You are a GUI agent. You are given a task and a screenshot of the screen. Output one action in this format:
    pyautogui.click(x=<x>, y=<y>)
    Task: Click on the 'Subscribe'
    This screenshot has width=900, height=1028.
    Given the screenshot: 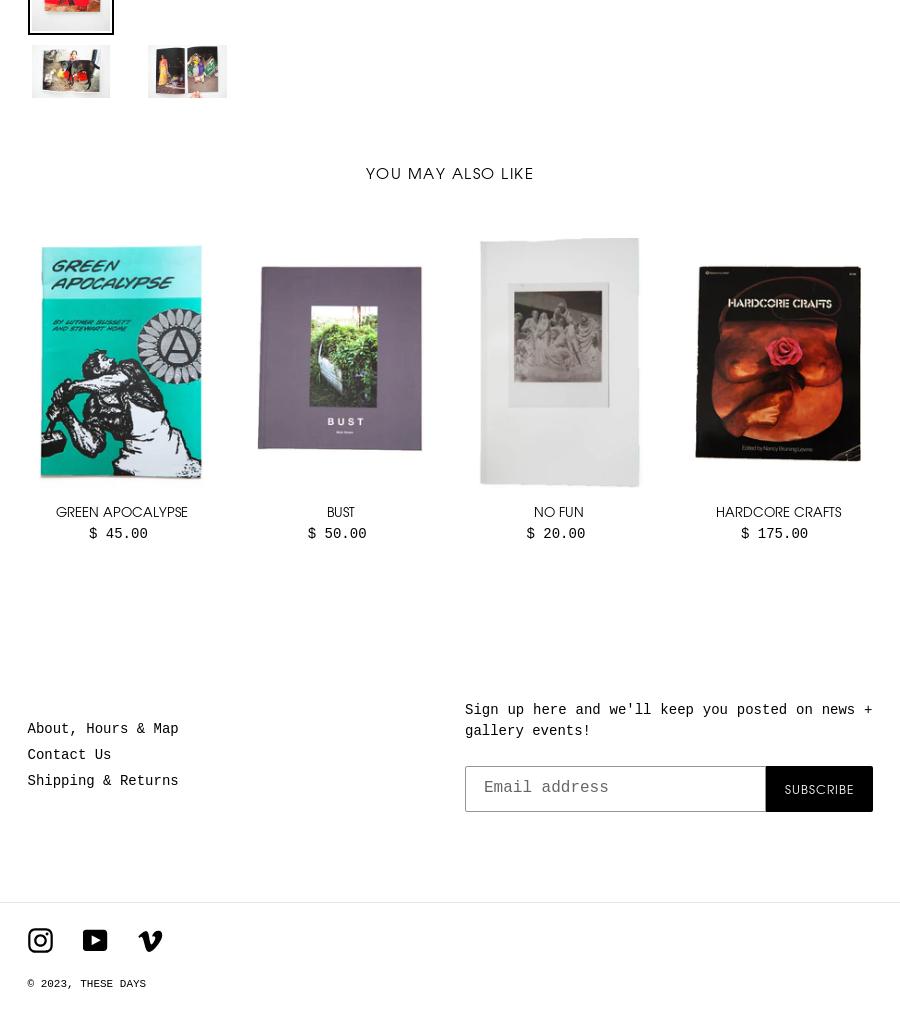 What is the action you would take?
    pyautogui.click(x=818, y=787)
    